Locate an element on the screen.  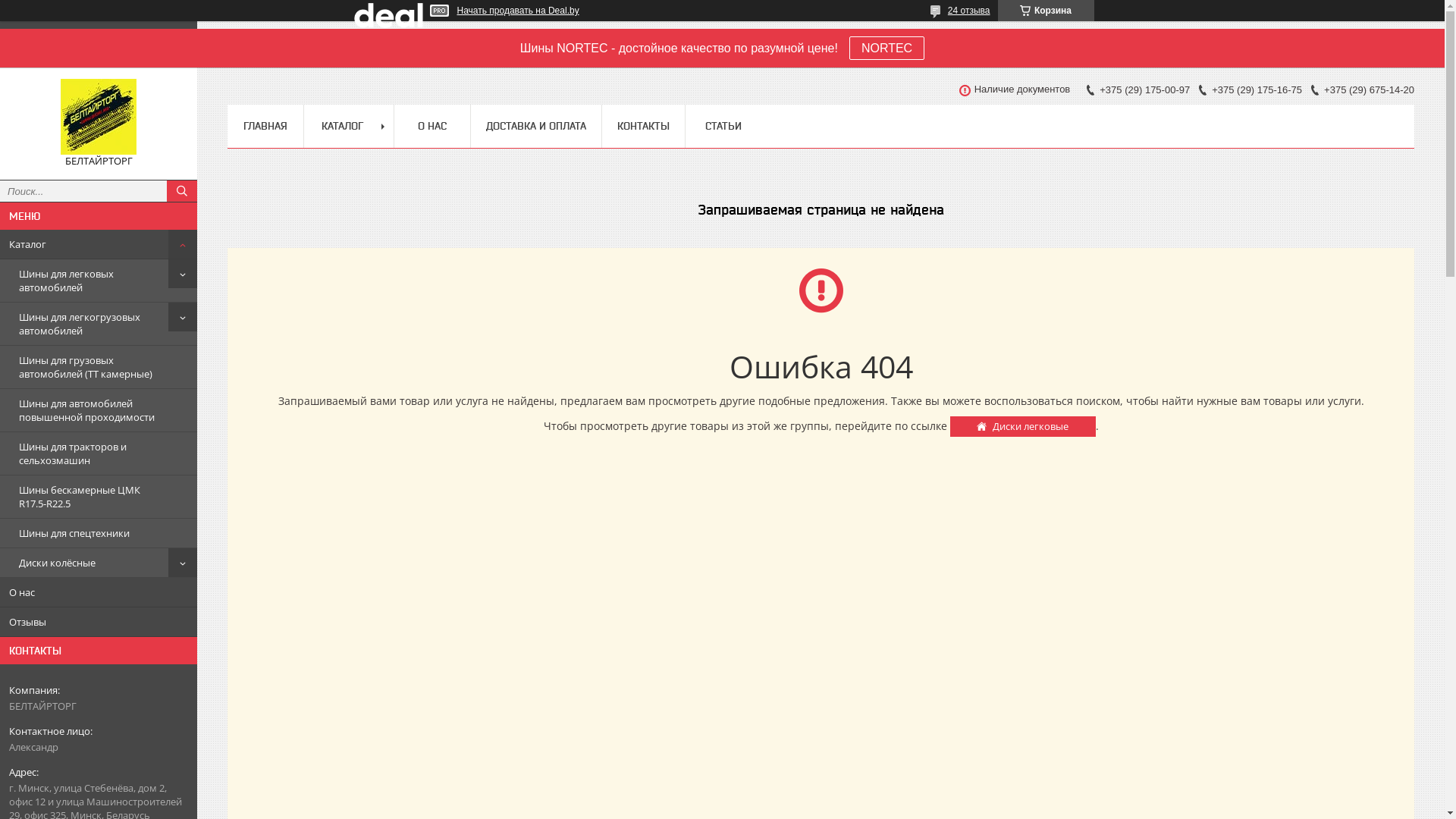
'NORTEC' is located at coordinates (886, 47).